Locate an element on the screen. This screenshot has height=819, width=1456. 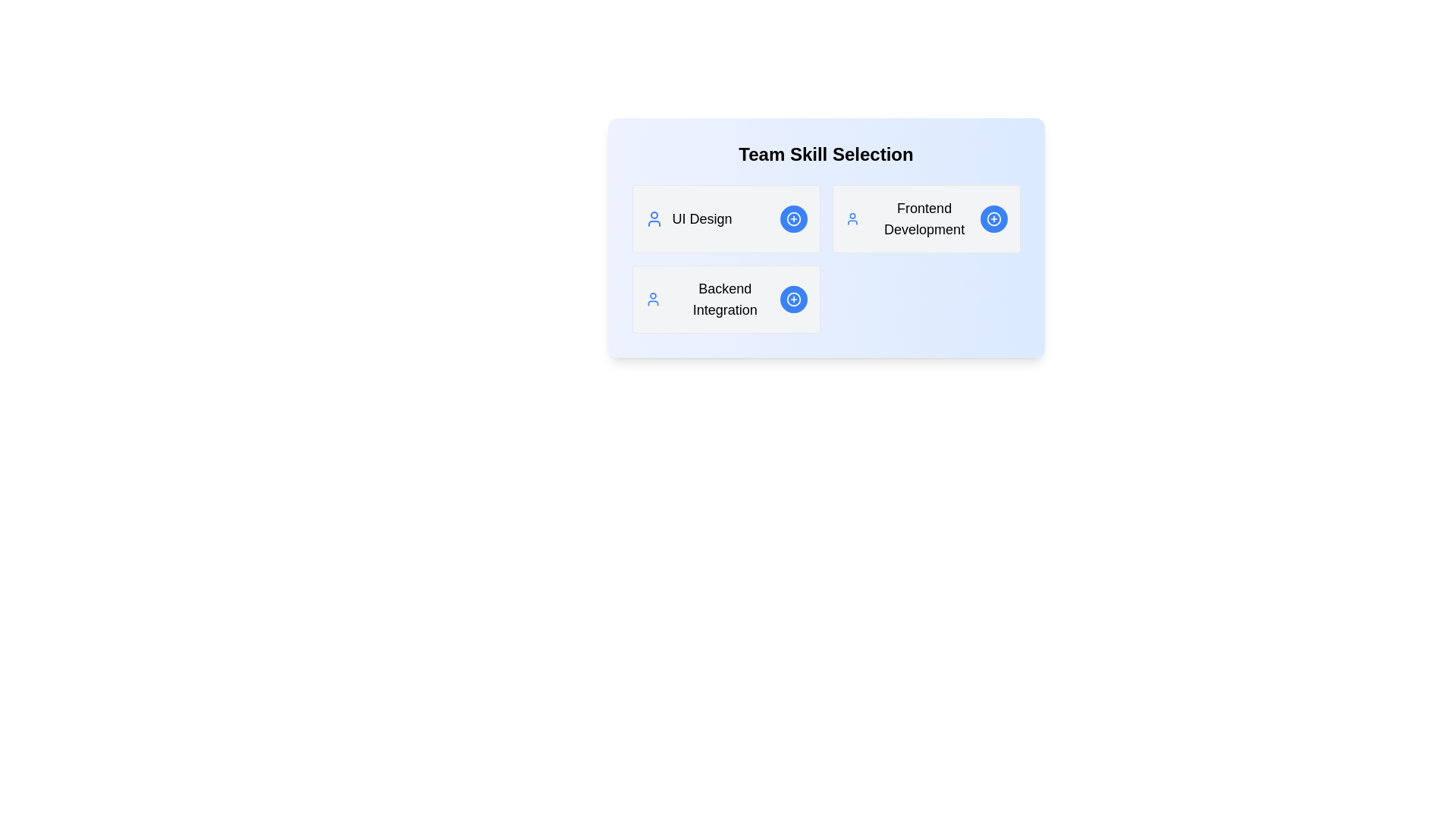
action button for the skill Frontend Development to toggle its assignment state is located at coordinates (993, 219).